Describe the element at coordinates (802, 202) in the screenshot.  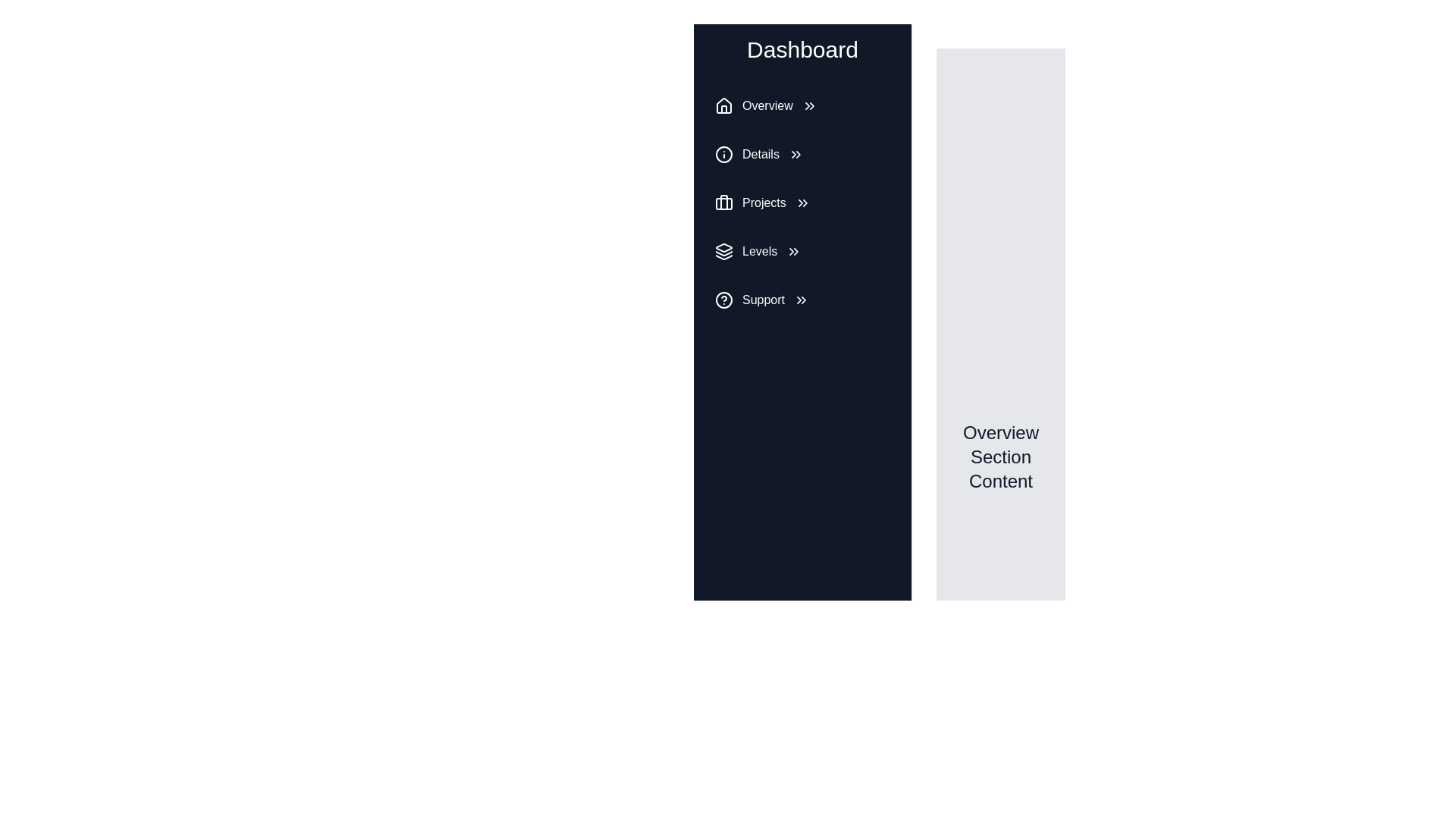
I see `the third navigation link in the vertical menu on the left-hand side of the interface to apply hover styling, which directs the user to the 'Projects' section` at that location.